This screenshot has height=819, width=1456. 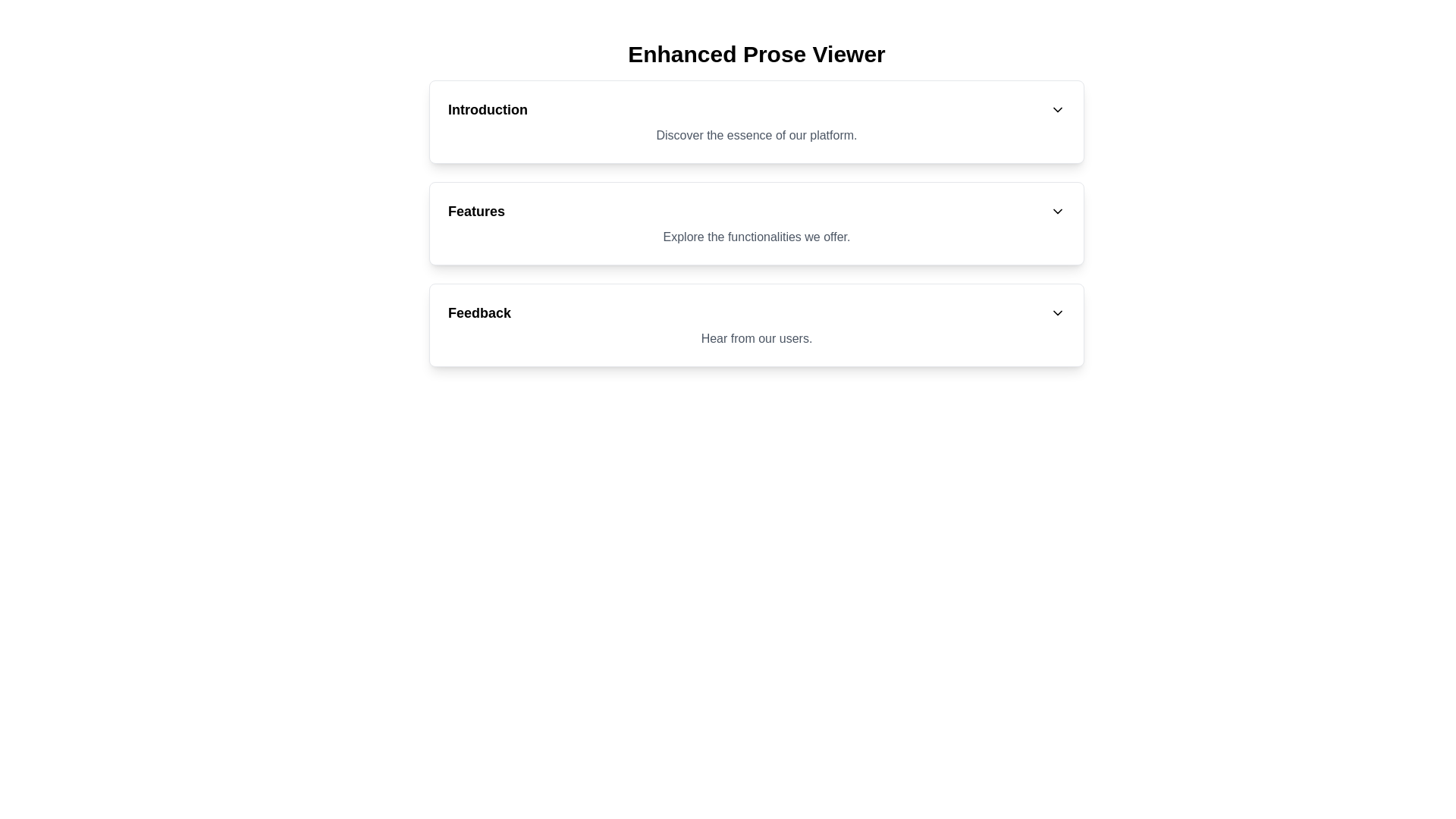 I want to click on the chevron-down icon located to the far right of the 'Features' section header, so click(x=1057, y=211).